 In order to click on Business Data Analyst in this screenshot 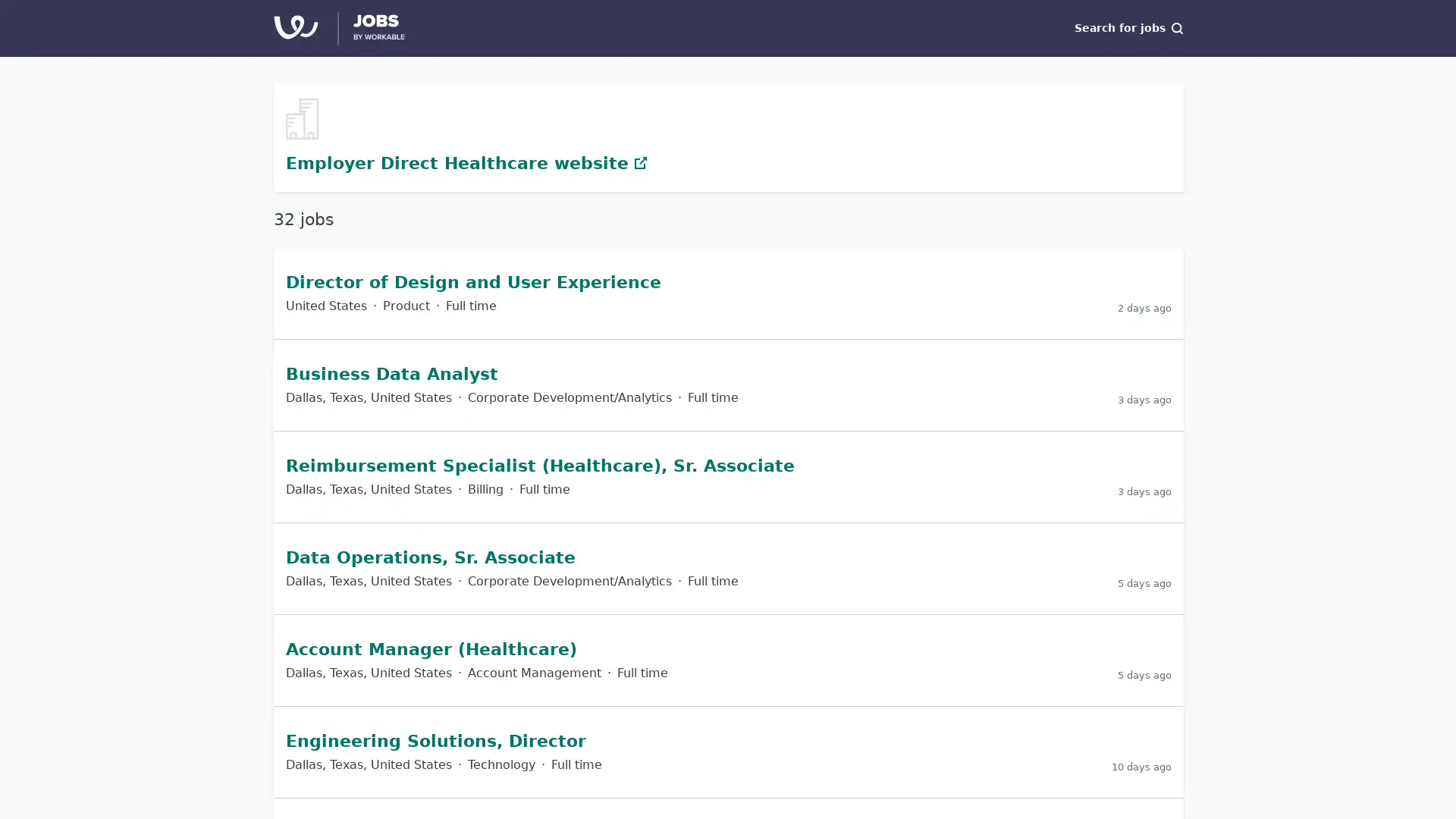, I will do `click(392, 373)`.